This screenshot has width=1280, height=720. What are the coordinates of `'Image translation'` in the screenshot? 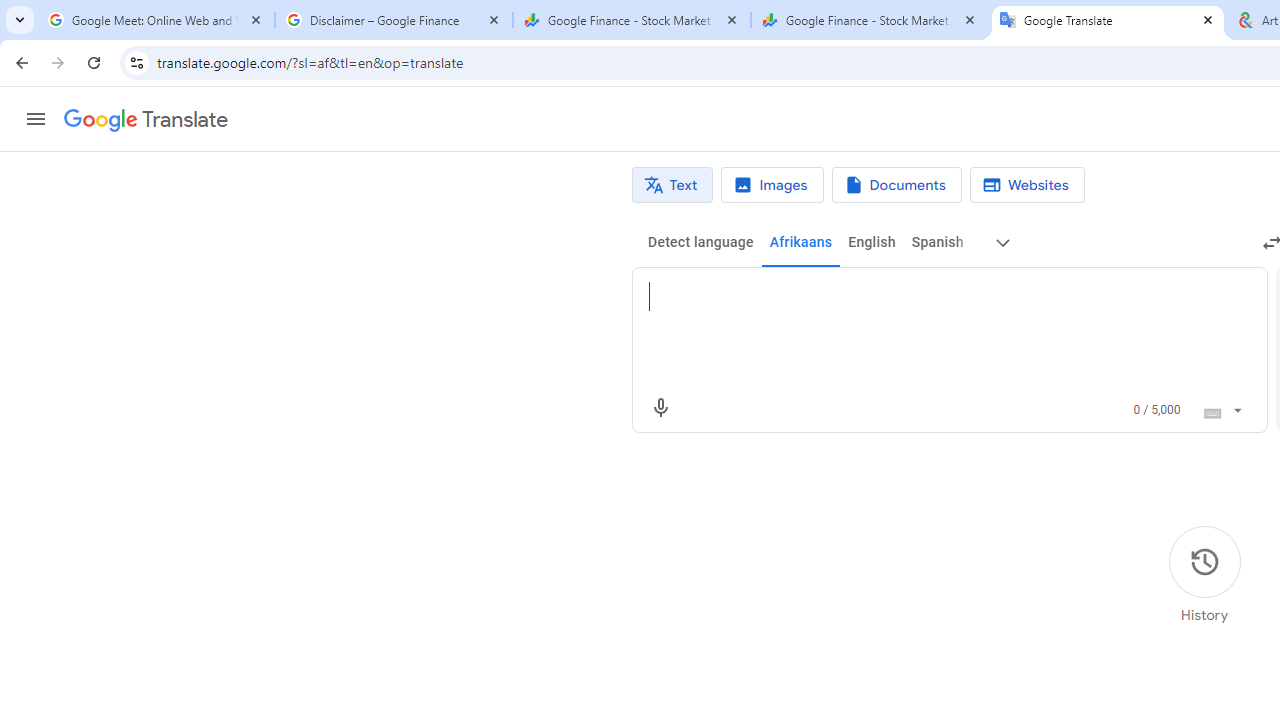 It's located at (771, 185).